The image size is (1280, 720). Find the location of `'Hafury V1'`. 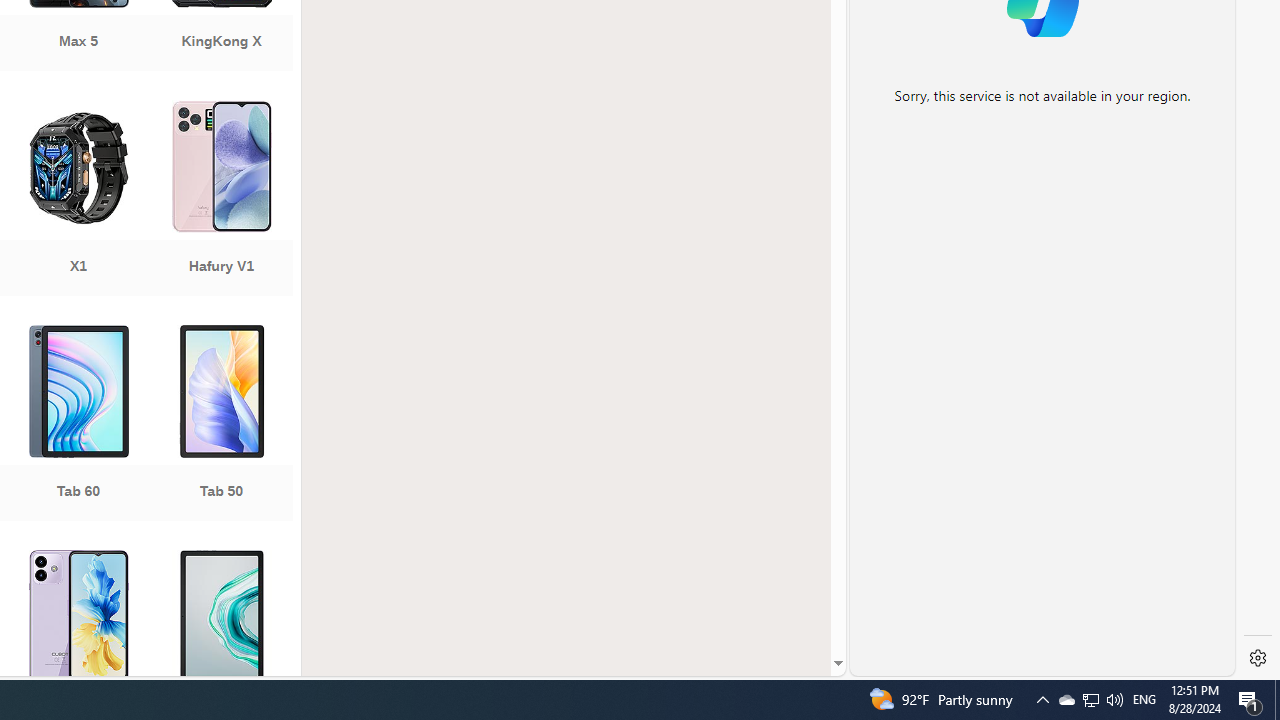

'Hafury V1' is located at coordinates (221, 200).